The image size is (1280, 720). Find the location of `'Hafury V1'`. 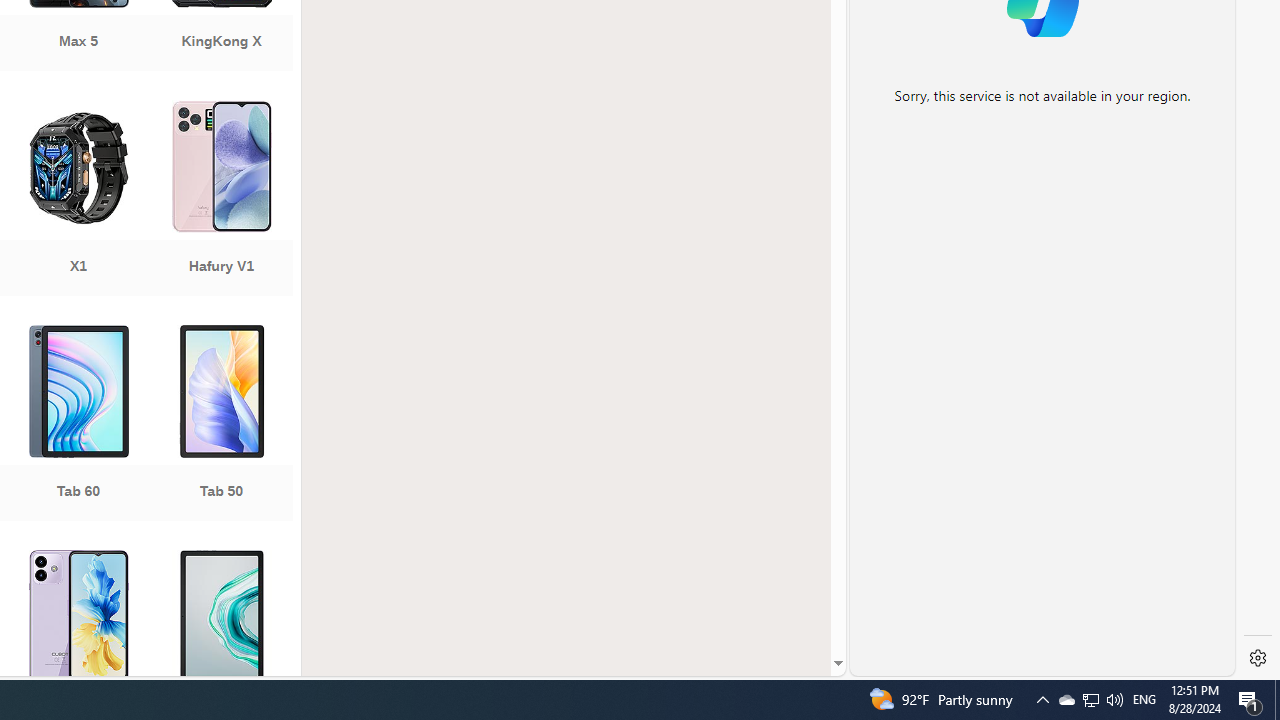

'Hafury V1' is located at coordinates (221, 200).